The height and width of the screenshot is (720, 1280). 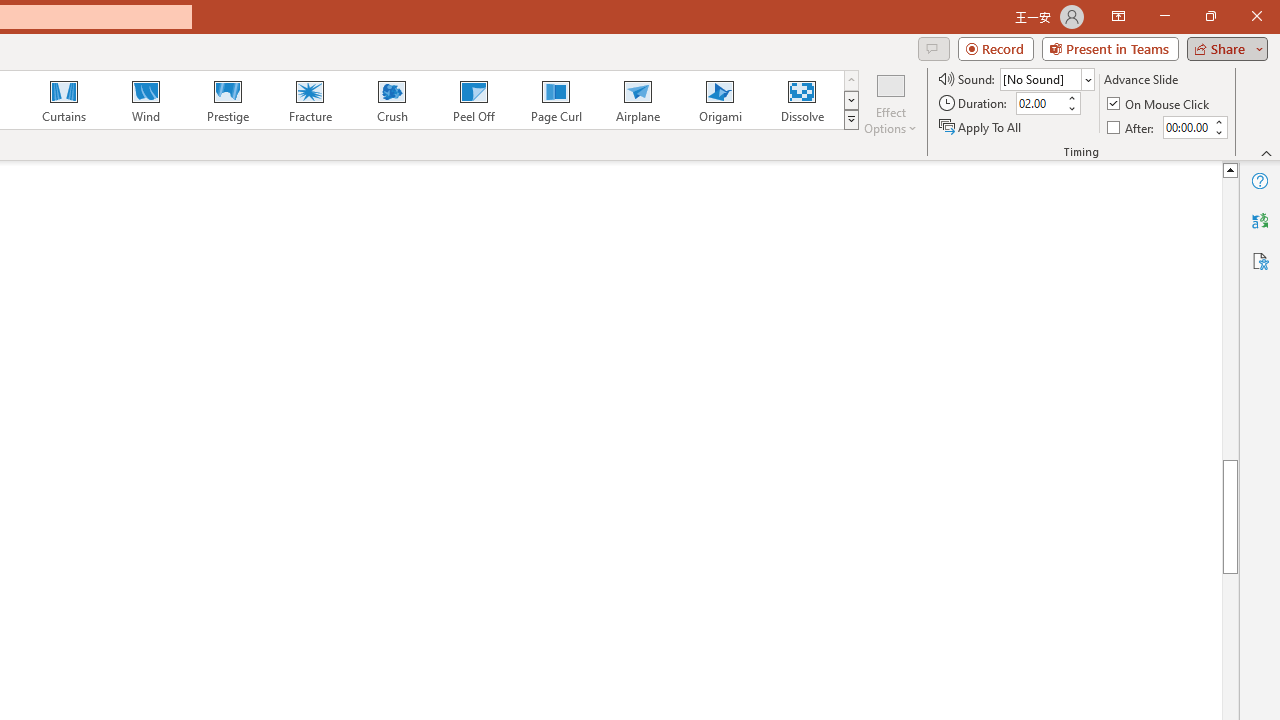 What do you see at coordinates (1132, 127) in the screenshot?
I see `'After'` at bounding box center [1132, 127].